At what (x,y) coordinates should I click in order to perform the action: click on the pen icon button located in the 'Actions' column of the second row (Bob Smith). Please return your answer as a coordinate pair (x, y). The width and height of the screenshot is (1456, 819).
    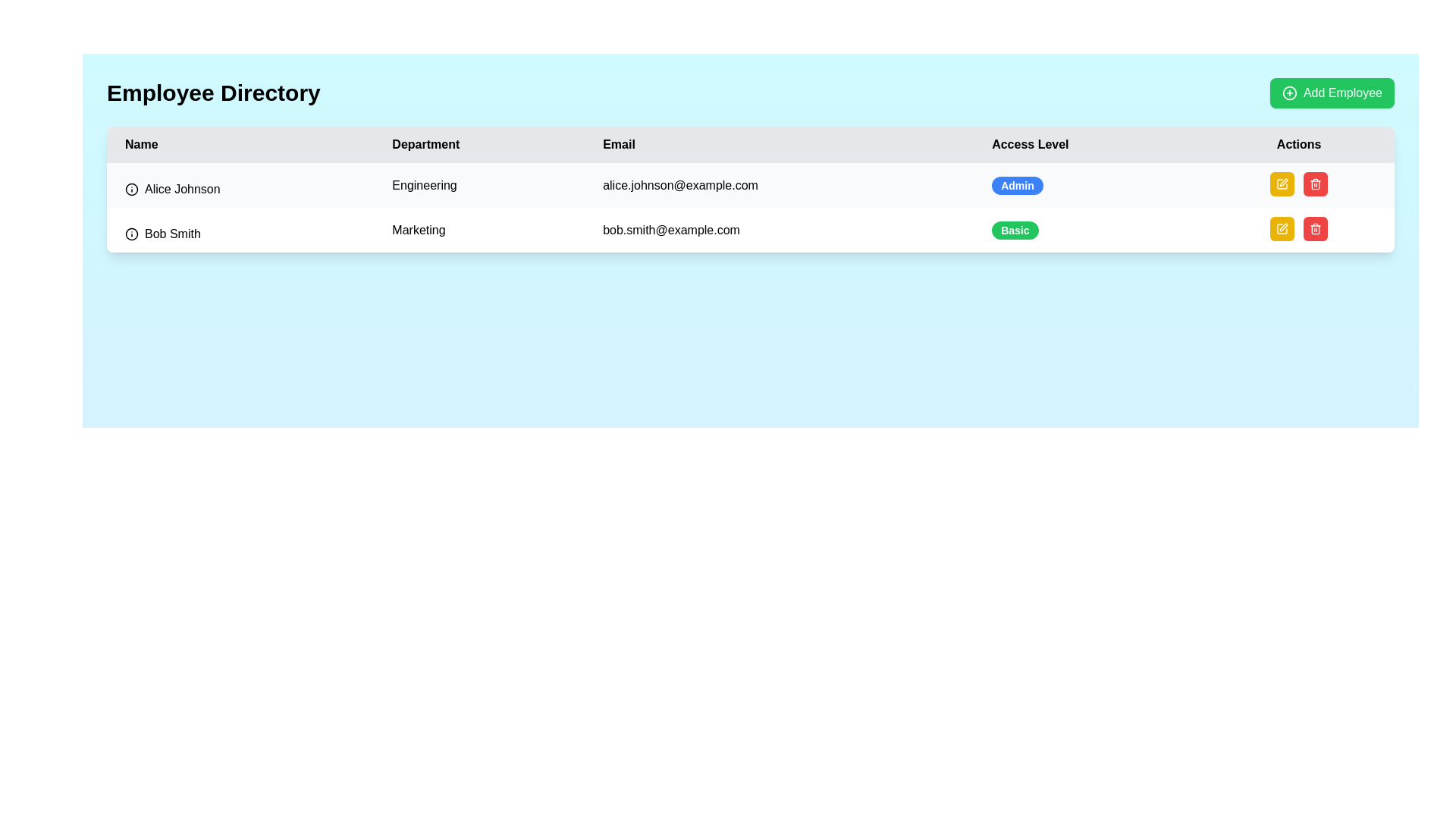
    Looking at the image, I should click on (1282, 228).